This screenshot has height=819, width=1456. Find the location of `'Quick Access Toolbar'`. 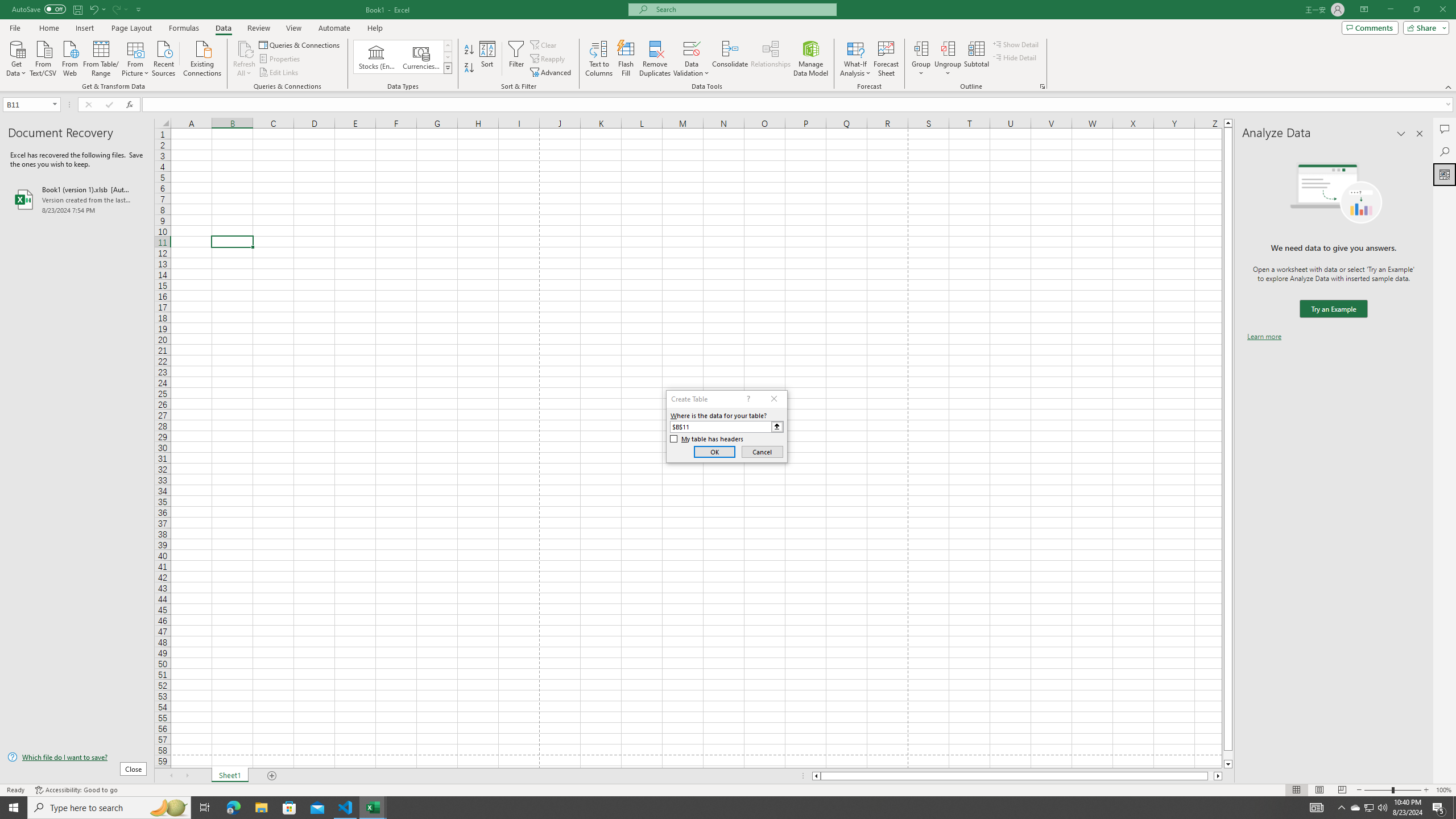

'Quick Access Toolbar' is located at coordinates (77, 9).